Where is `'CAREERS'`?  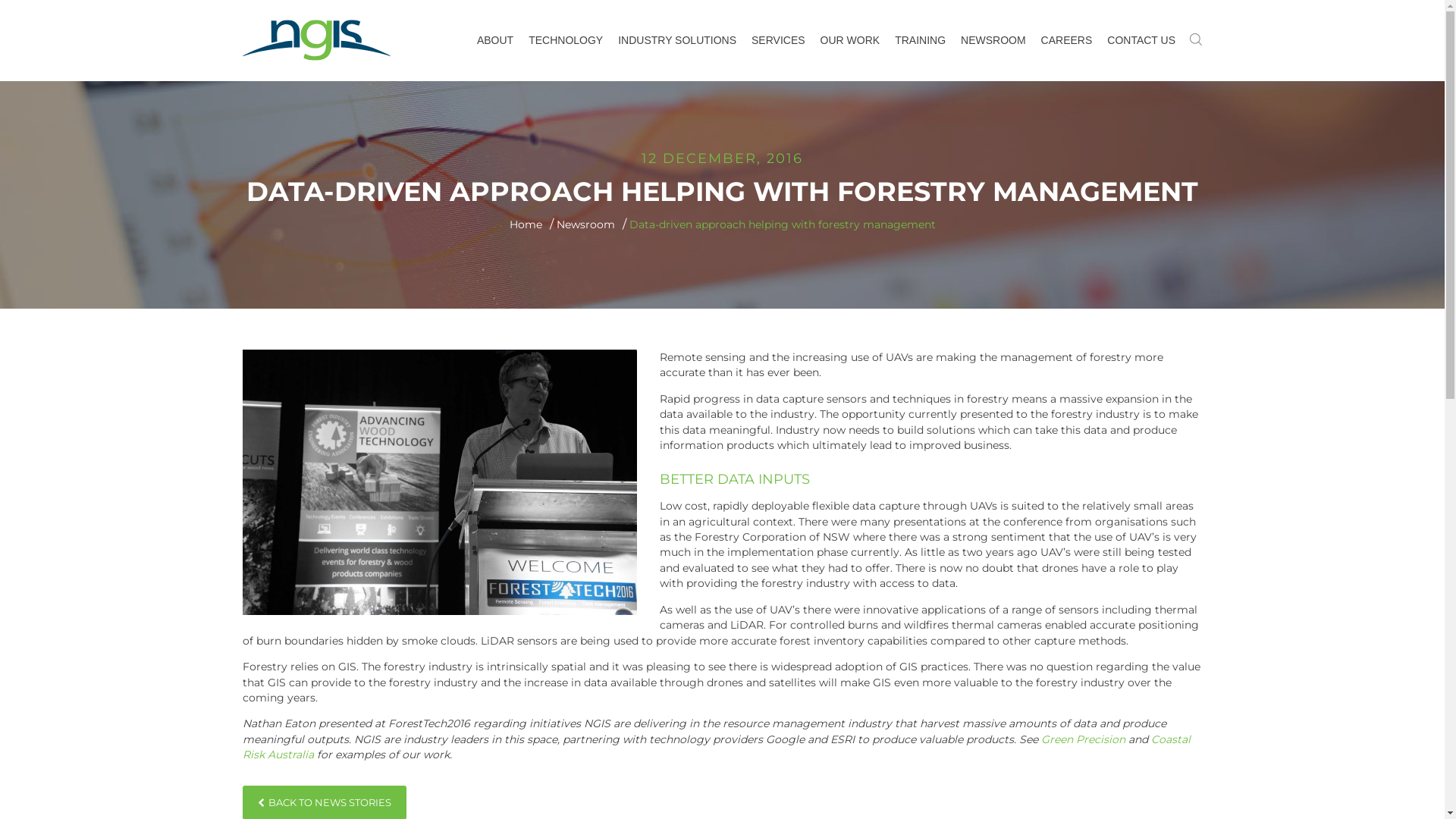
'CAREERS' is located at coordinates (1033, 39).